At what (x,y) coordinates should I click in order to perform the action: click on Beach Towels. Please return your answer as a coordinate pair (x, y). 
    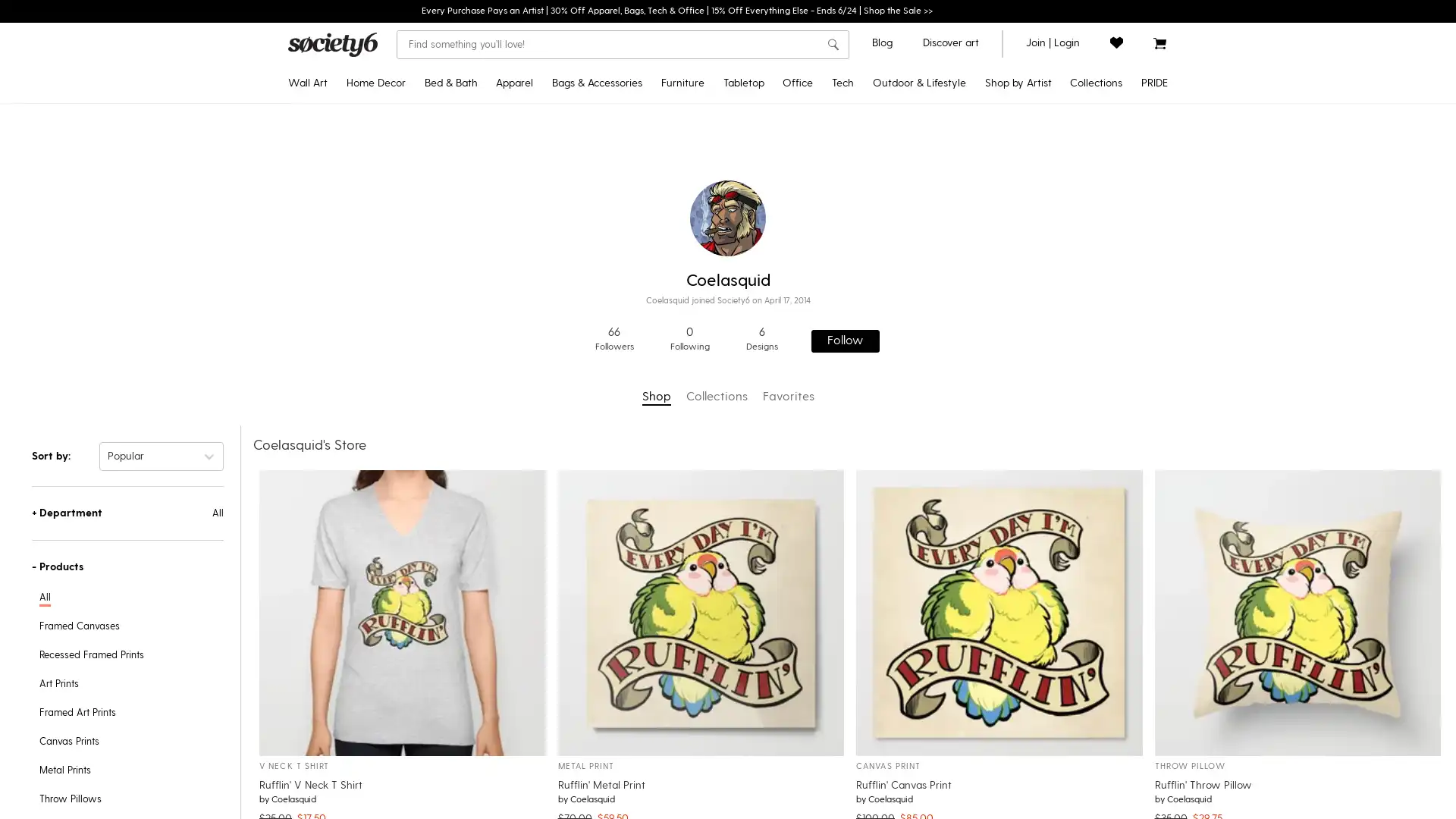
    Looking at the image, I should click on (939, 342).